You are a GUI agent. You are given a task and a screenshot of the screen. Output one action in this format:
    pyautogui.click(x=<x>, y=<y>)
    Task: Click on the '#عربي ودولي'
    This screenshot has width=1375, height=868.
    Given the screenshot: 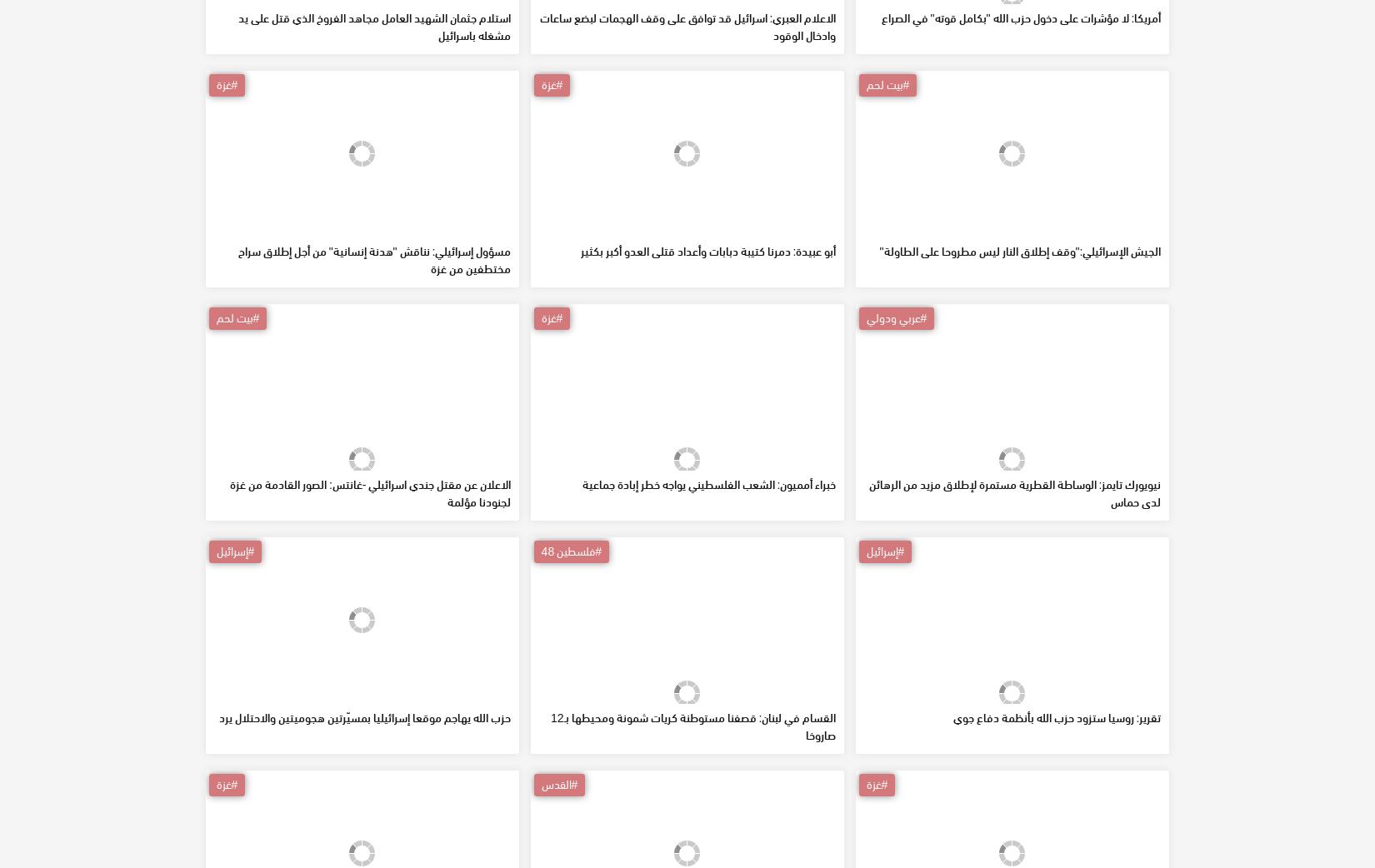 What is the action you would take?
    pyautogui.click(x=866, y=436)
    